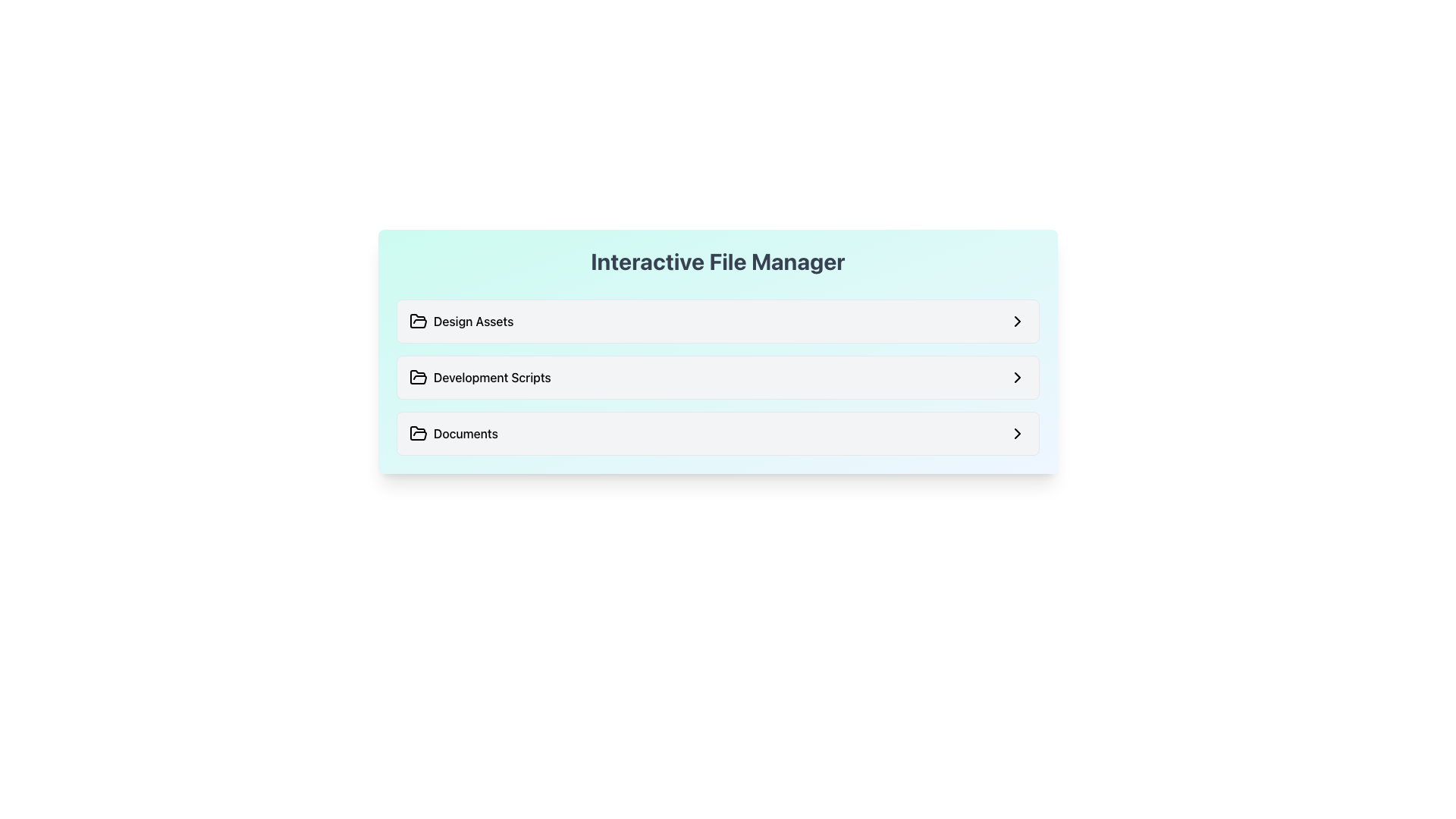 This screenshot has height=819, width=1456. Describe the element at coordinates (1018, 321) in the screenshot. I see `the rightward-pointing chevron icon with a bold black outline located in the 'Design Assets' row` at that location.